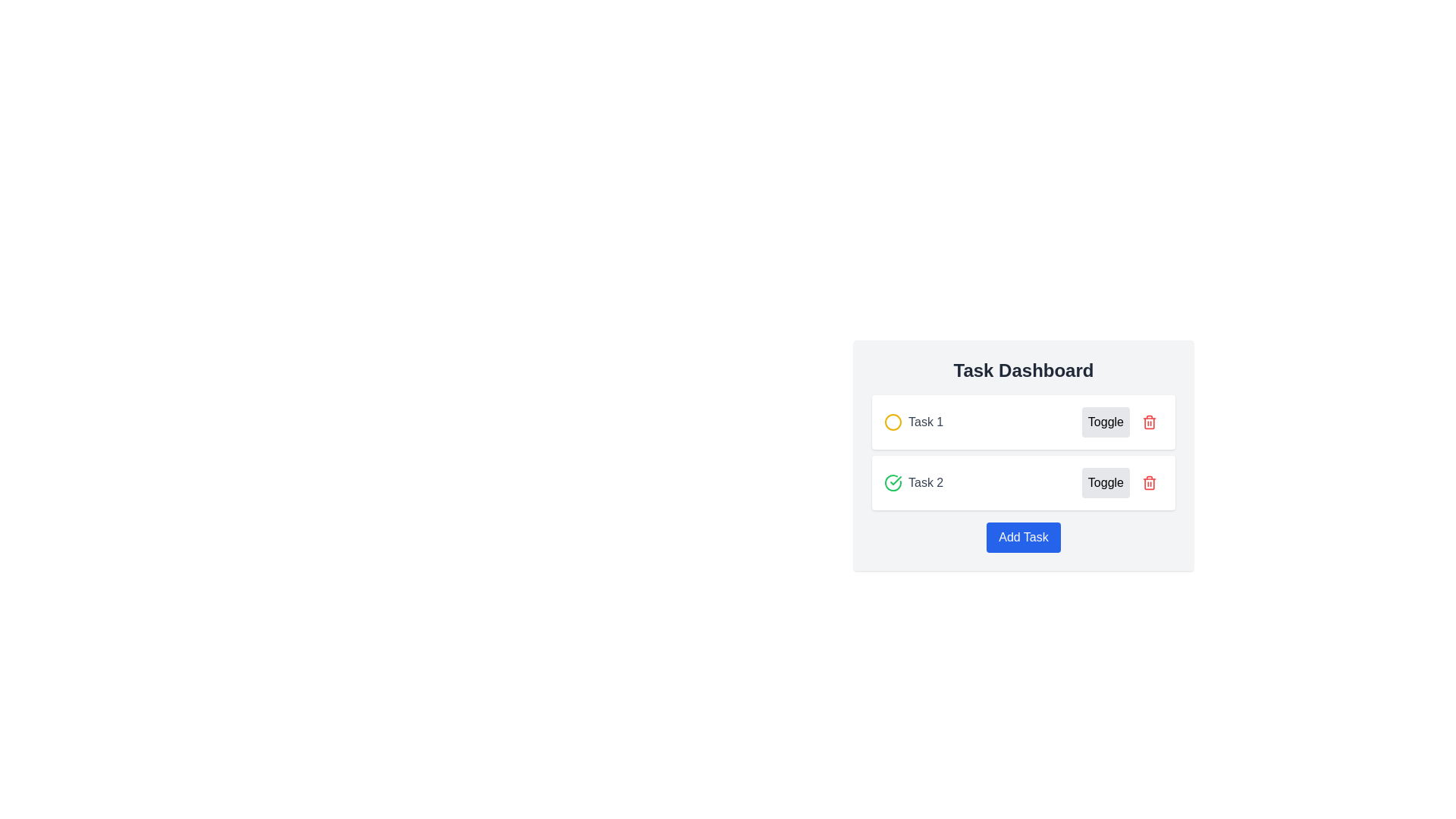  I want to click on the toggle button located, so click(1106, 422).